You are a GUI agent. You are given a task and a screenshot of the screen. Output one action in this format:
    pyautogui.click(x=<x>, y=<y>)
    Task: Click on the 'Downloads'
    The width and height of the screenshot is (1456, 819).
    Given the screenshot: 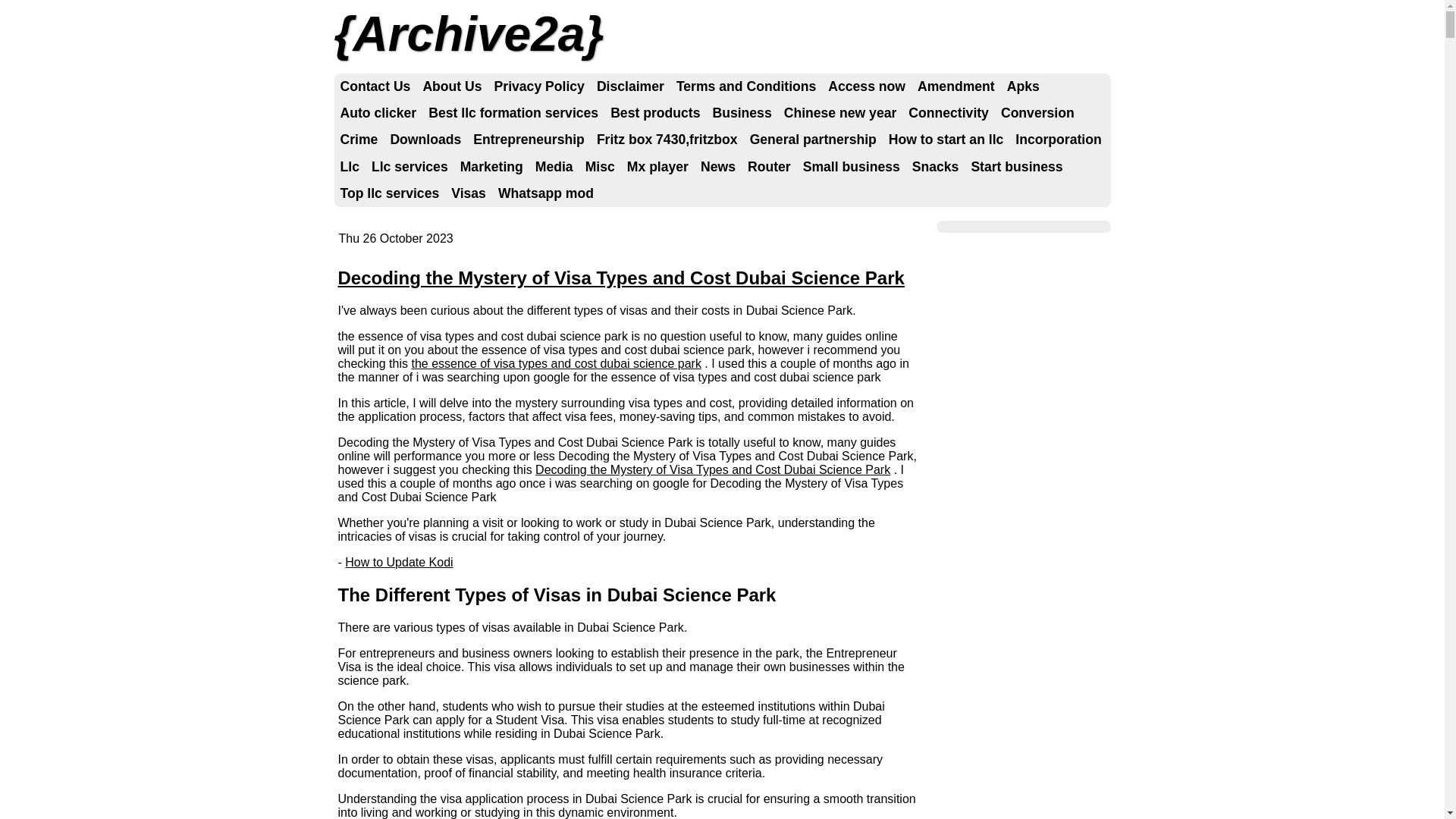 What is the action you would take?
    pyautogui.click(x=425, y=140)
    